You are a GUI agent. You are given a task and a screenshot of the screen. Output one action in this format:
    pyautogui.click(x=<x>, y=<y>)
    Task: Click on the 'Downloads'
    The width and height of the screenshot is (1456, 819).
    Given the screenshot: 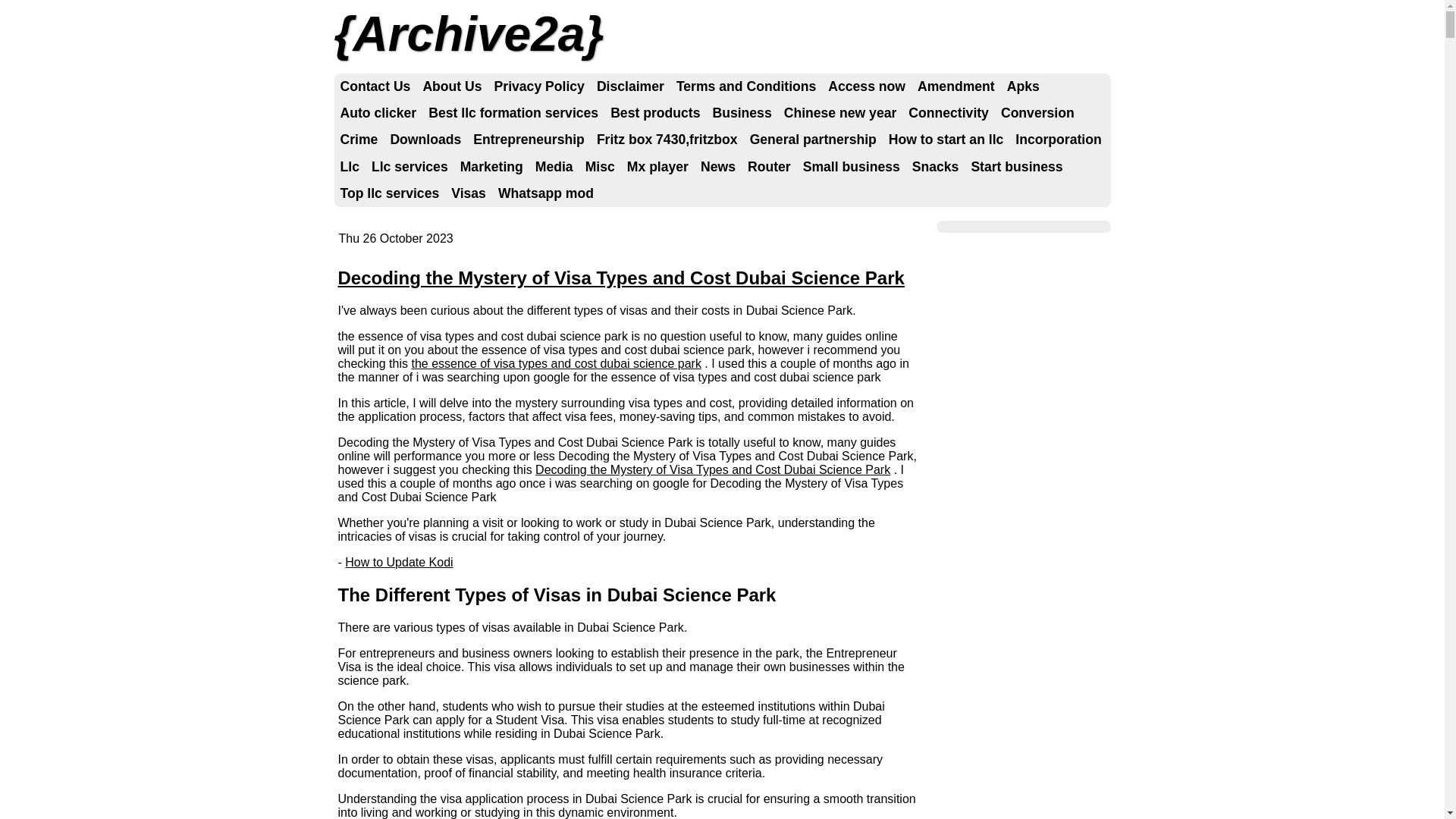 What is the action you would take?
    pyautogui.click(x=425, y=140)
    